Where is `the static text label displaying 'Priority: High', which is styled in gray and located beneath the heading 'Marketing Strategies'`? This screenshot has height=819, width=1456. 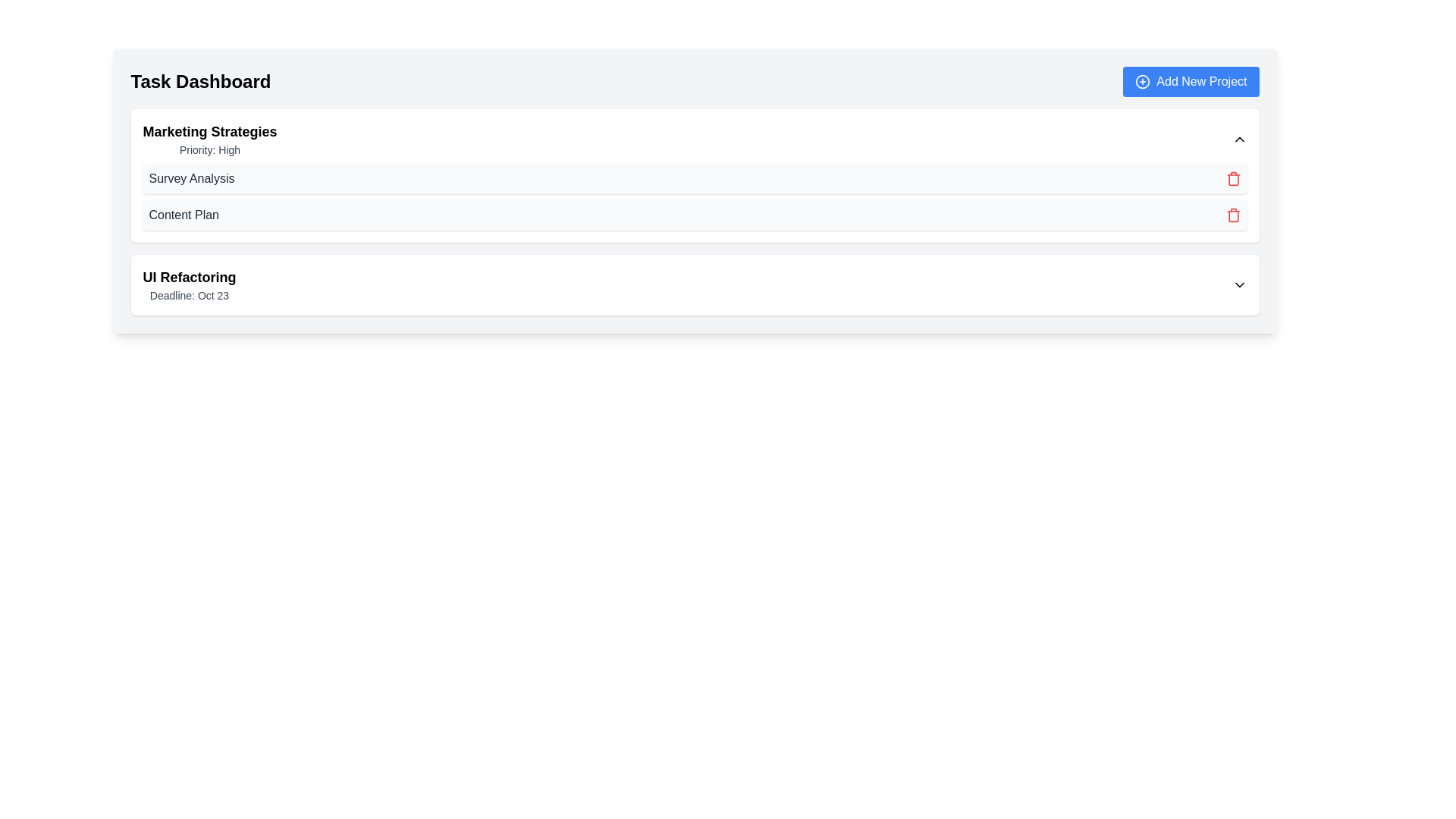 the static text label displaying 'Priority: High', which is styled in gray and located beneath the heading 'Marketing Strategies' is located at coordinates (209, 149).